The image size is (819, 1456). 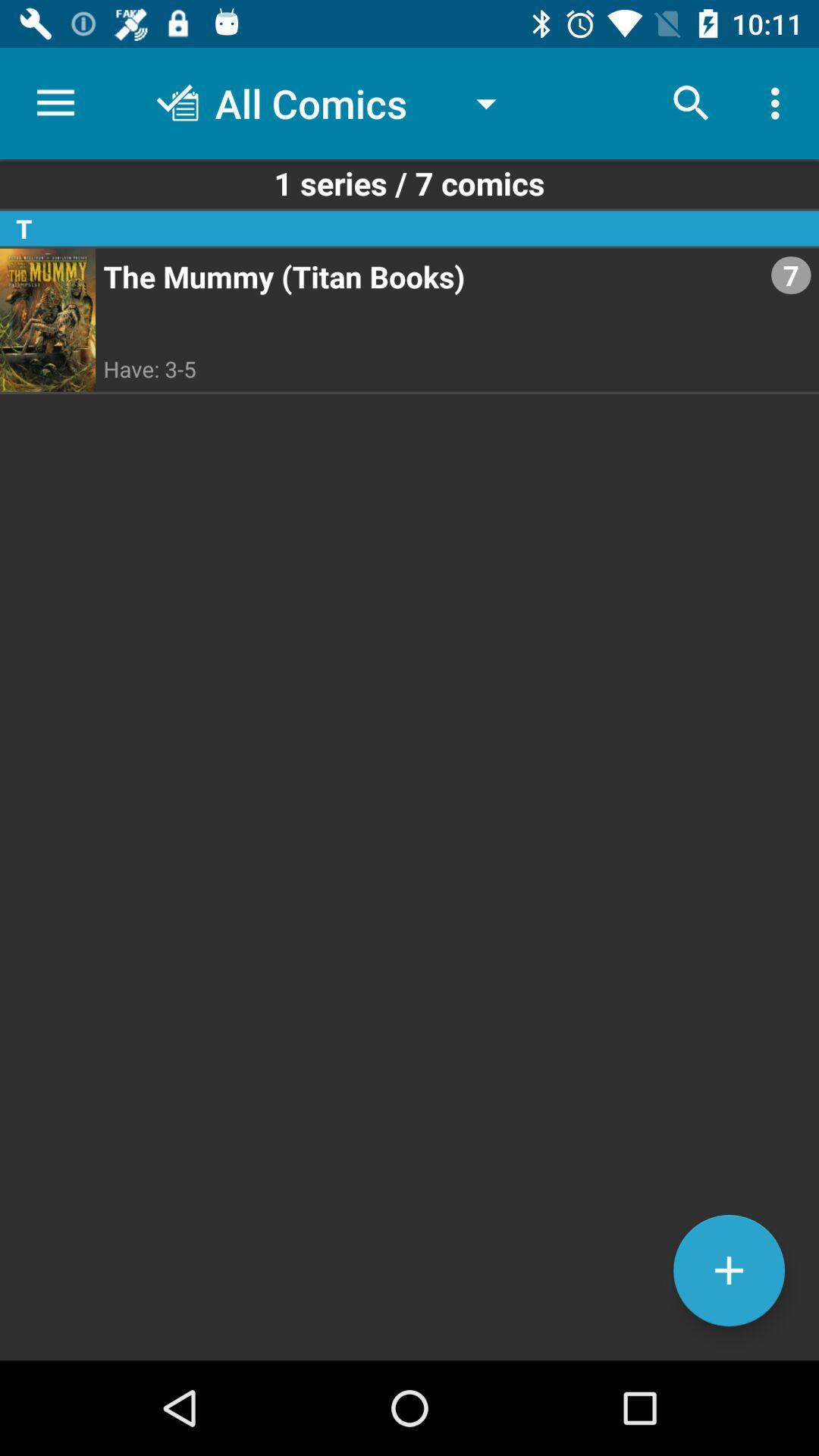 I want to click on icon above the 1 series 7 item, so click(x=691, y=102).